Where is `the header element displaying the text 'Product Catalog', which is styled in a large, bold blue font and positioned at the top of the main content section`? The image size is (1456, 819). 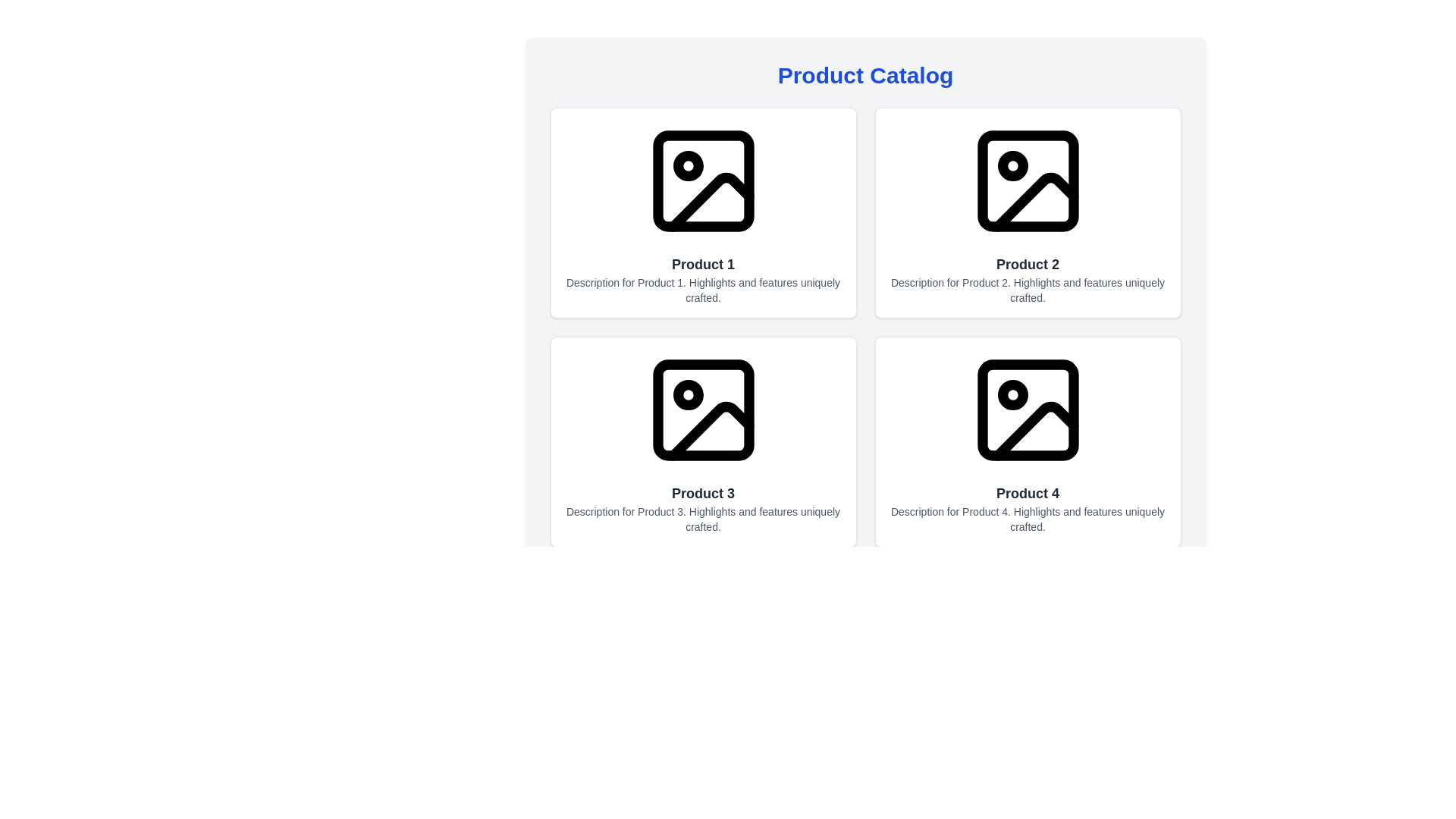 the header element displaying the text 'Product Catalog', which is styled in a large, bold blue font and positioned at the top of the main content section is located at coordinates (865, 76).